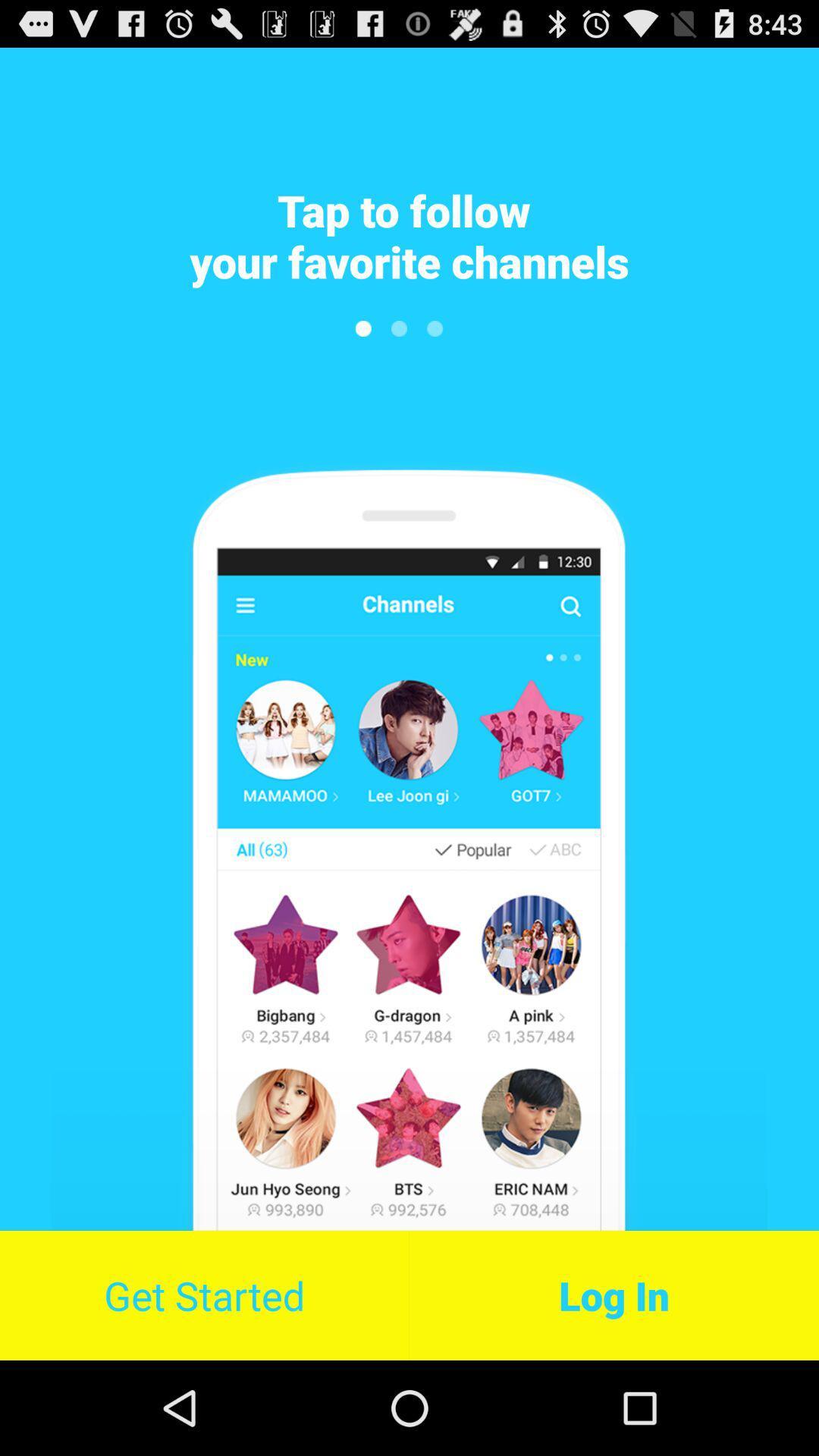  Describe the element at coordinates (203, 1294) in the screenshot. I see `the get started` at that location.